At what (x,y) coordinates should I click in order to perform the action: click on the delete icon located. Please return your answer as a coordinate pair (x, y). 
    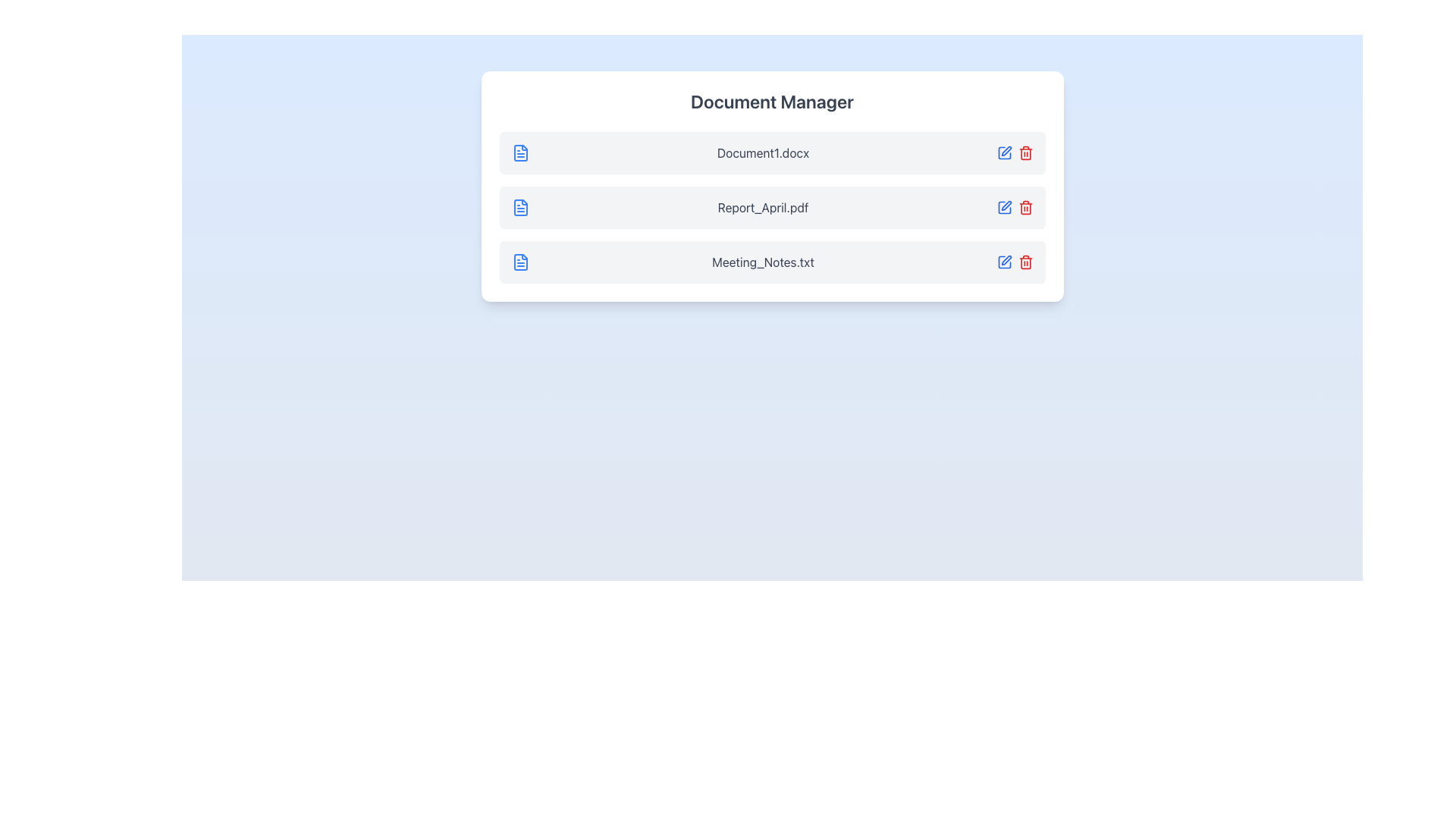
    Looking at the image, I should click on (1025, 262).